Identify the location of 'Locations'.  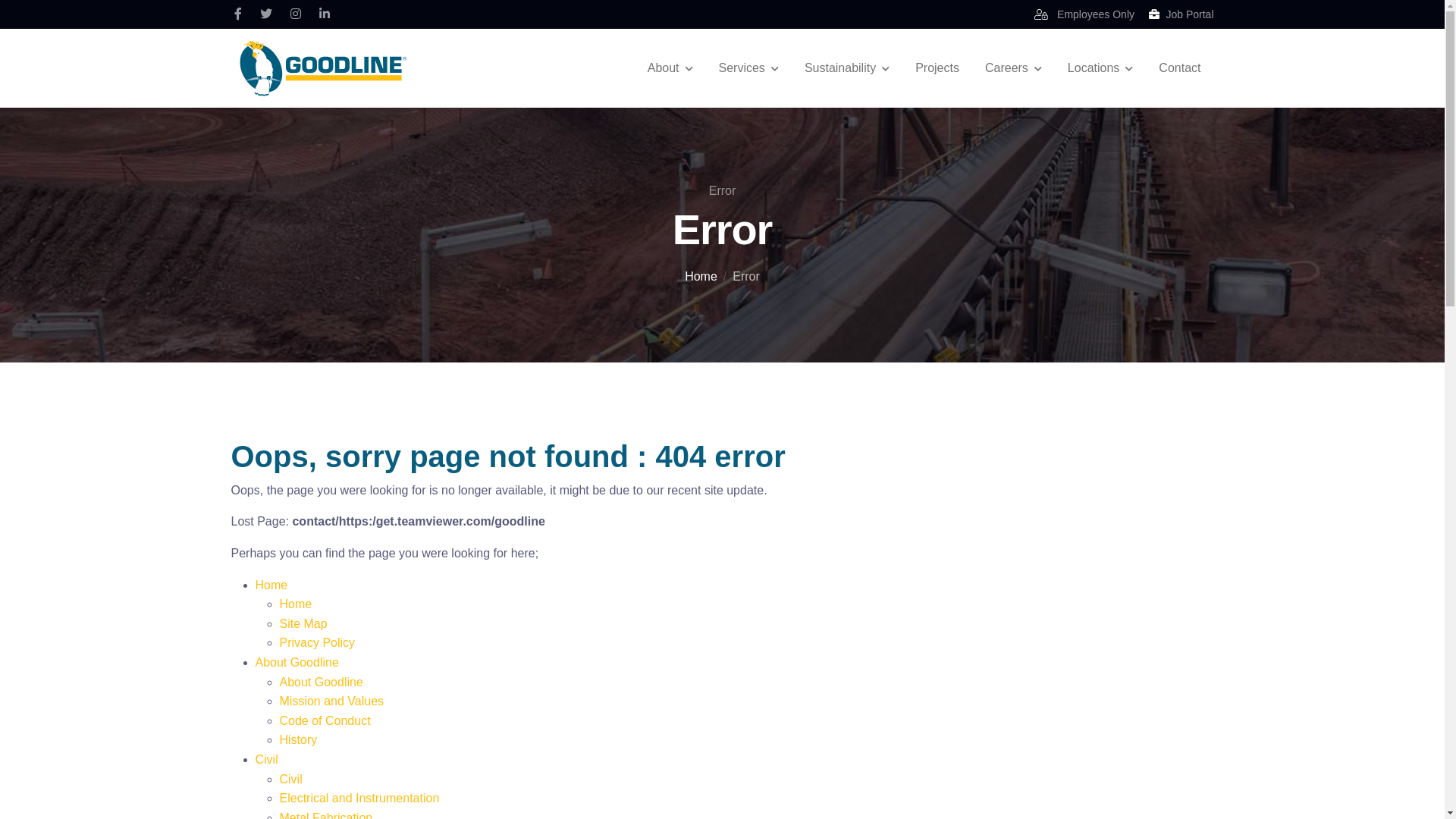
(1058, 68).